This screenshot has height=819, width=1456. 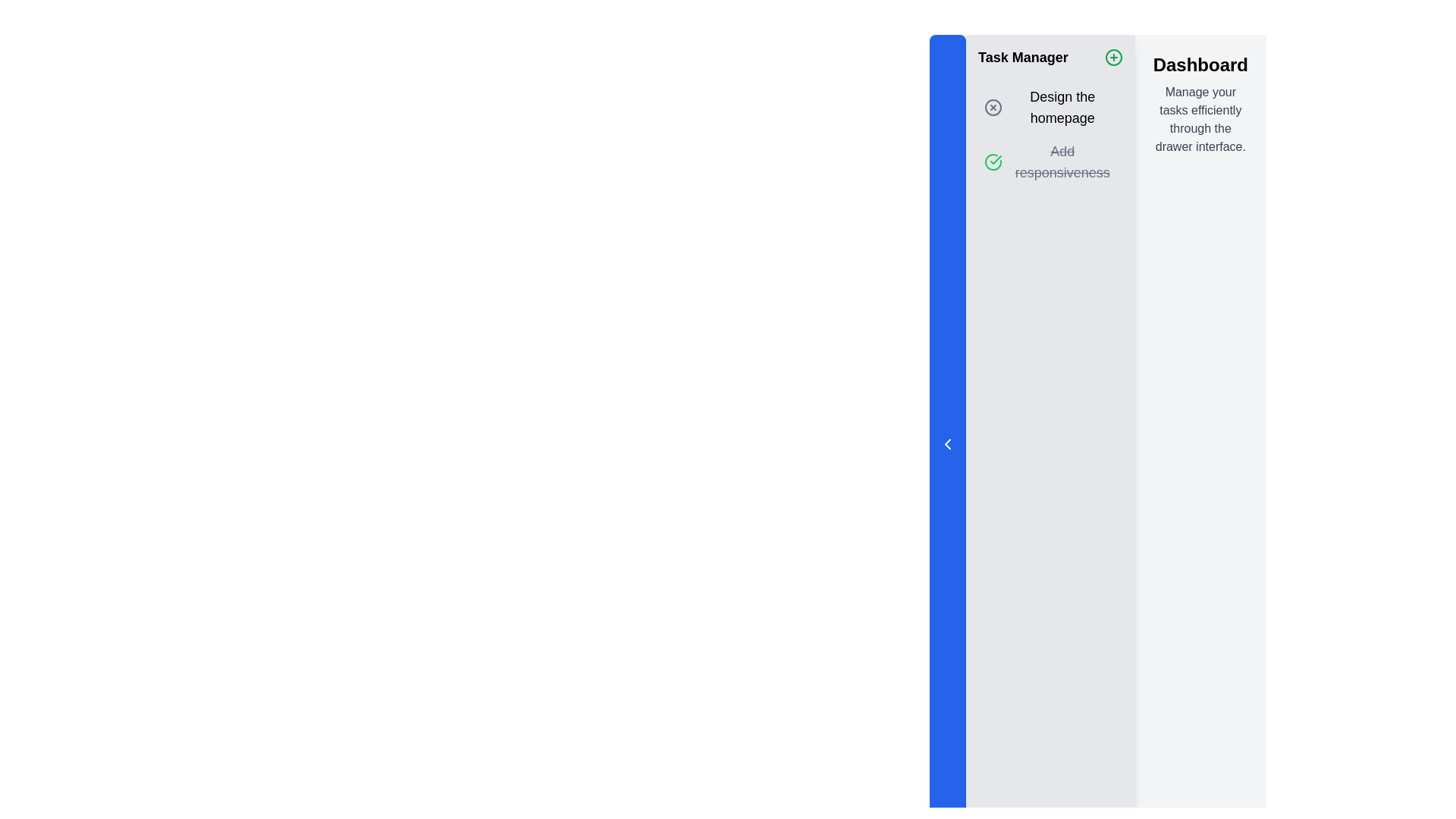 What do you see at coordinates (1200, 119) in the screenshot?
I see `the text label that reads 'Manage your tasks efficiently through the drawer interface.' located below the 'Dashboard' heading on the right panel` at bounding box center [1200, 119].